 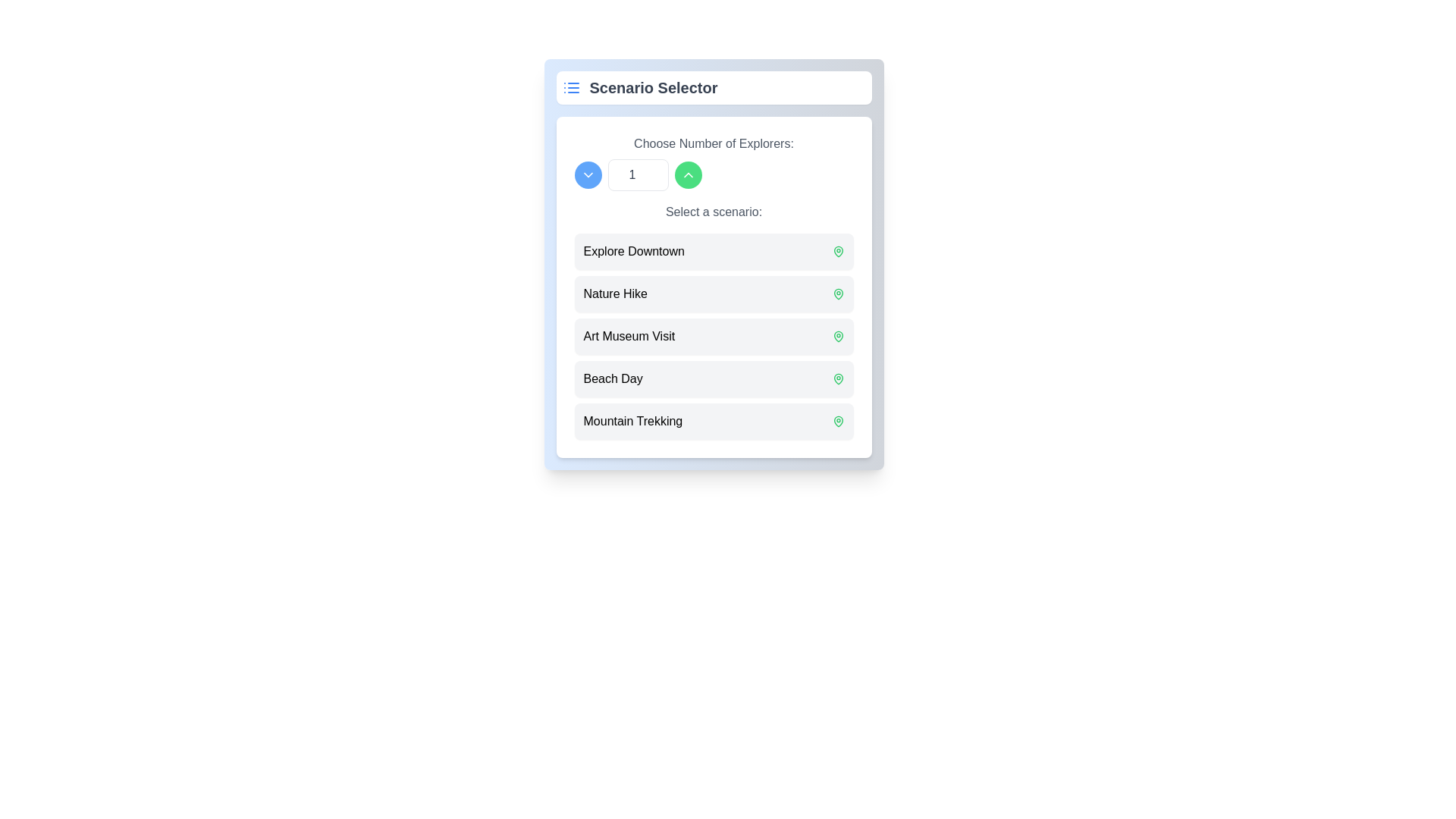 I want to click on the first selectable option in the 'Scenario Selector' list, so click(x=713, y=250).